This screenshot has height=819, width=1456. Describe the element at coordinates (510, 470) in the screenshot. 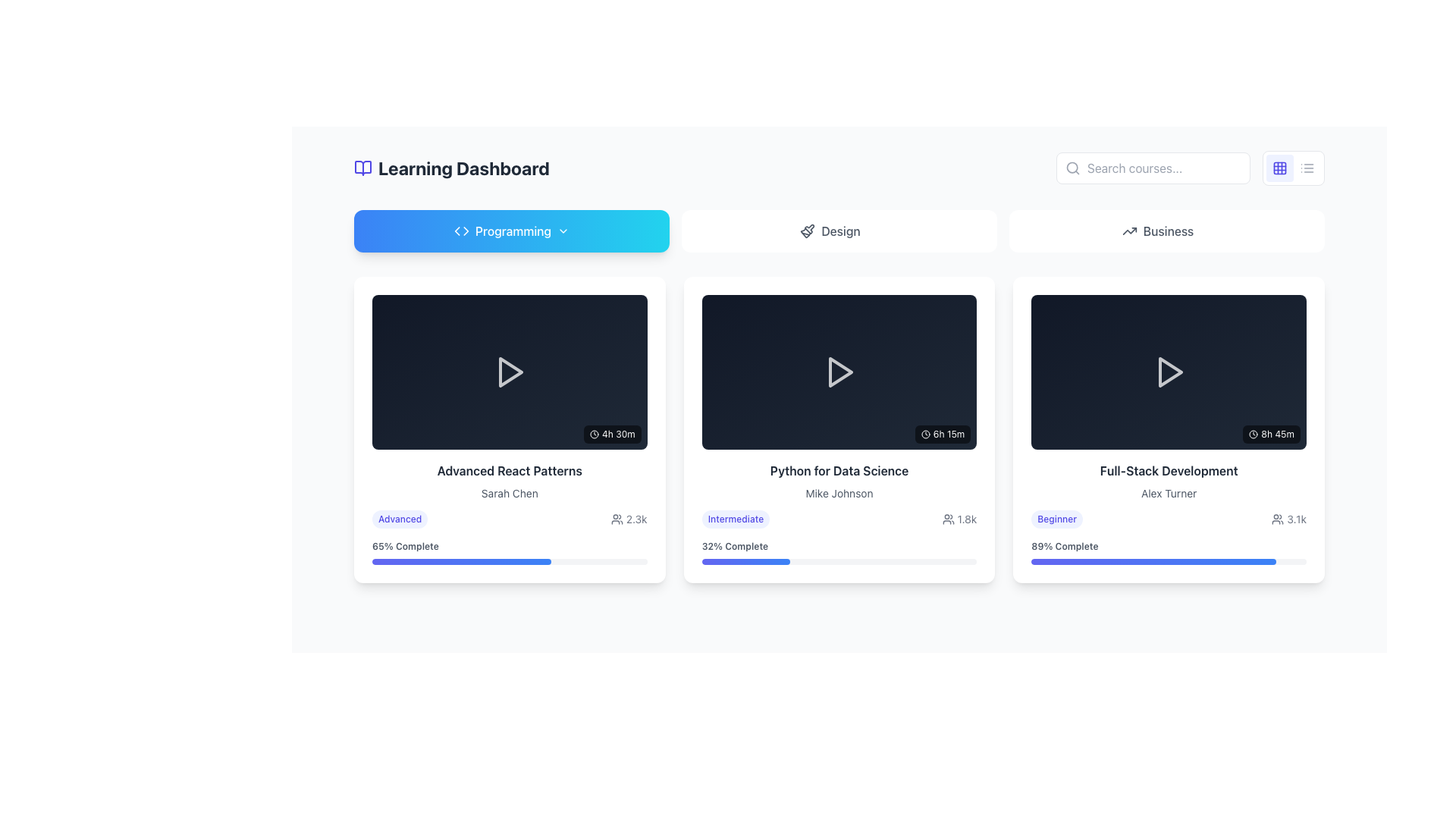

I see `text label displaying 'Advanced React Patterns' in bold, dark gray color, located in the middle section of the first card under the 'Programming' section` at that location.